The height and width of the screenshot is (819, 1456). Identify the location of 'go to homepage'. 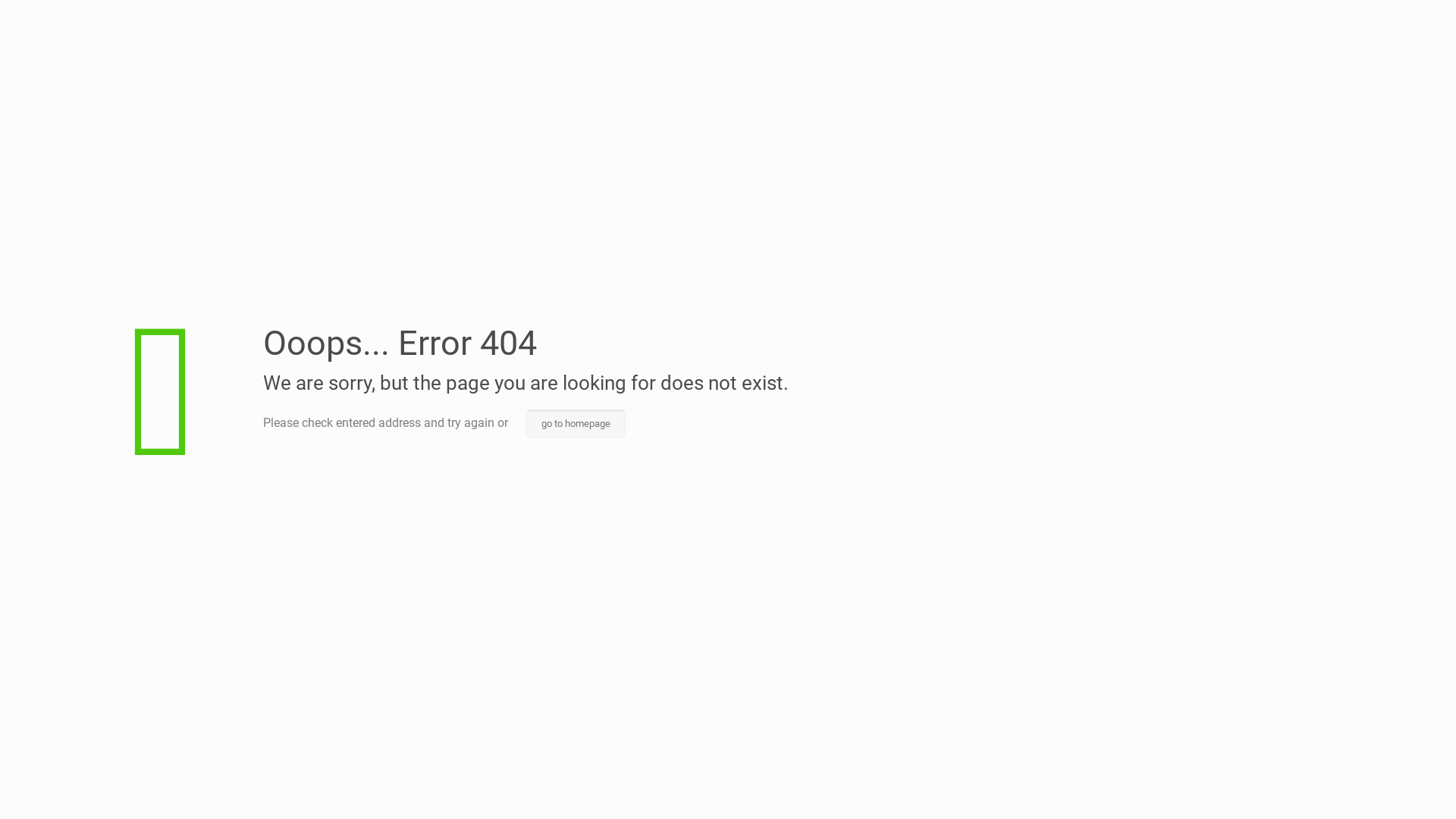
(526, 423).